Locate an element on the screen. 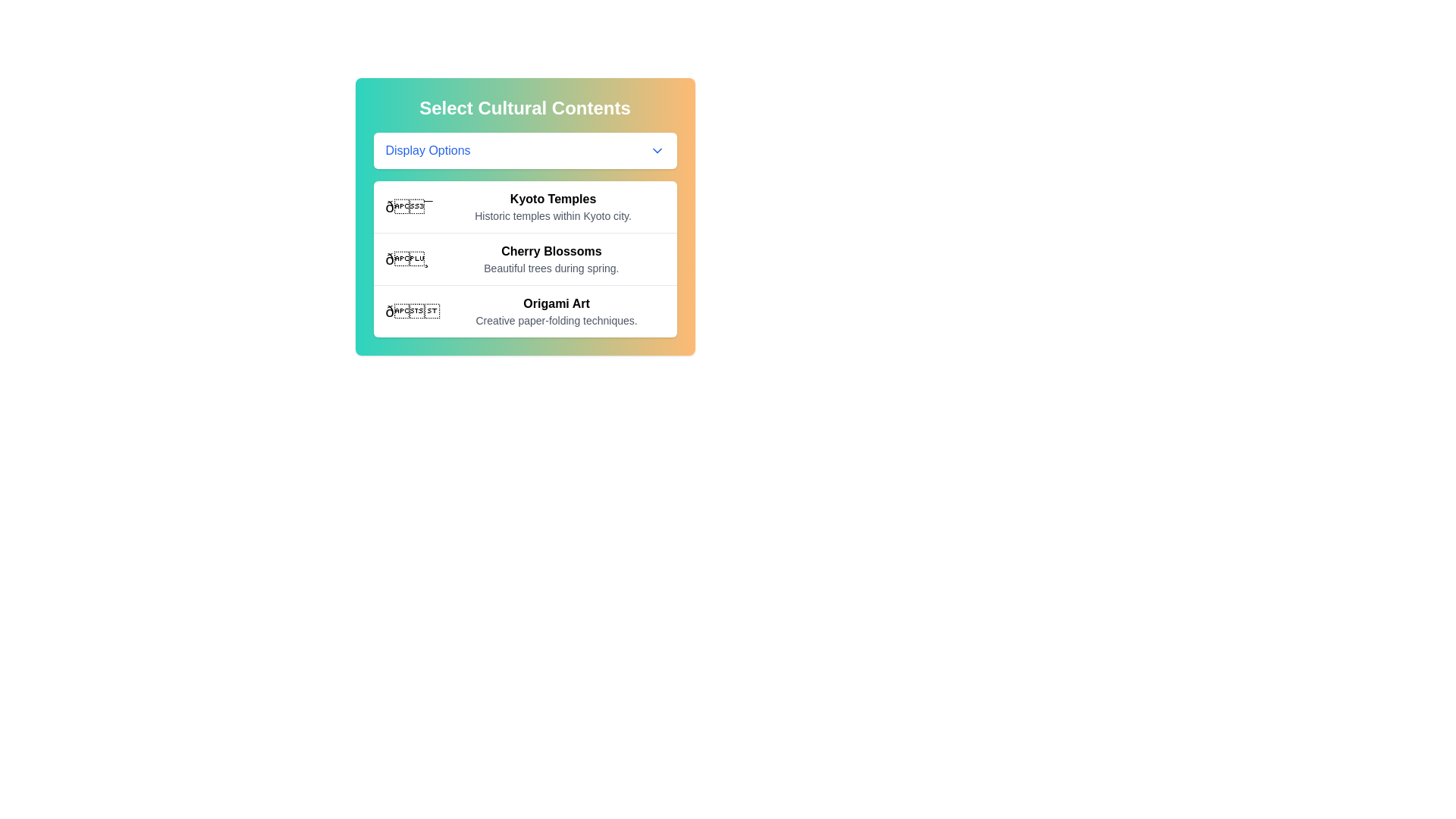 This screenshot has width=1456, height=819. the List Item displaying 'Cherry Blossoms', which includes an emoji and a brief description about beautiful trees during spring is located at coordinates (525, 259).